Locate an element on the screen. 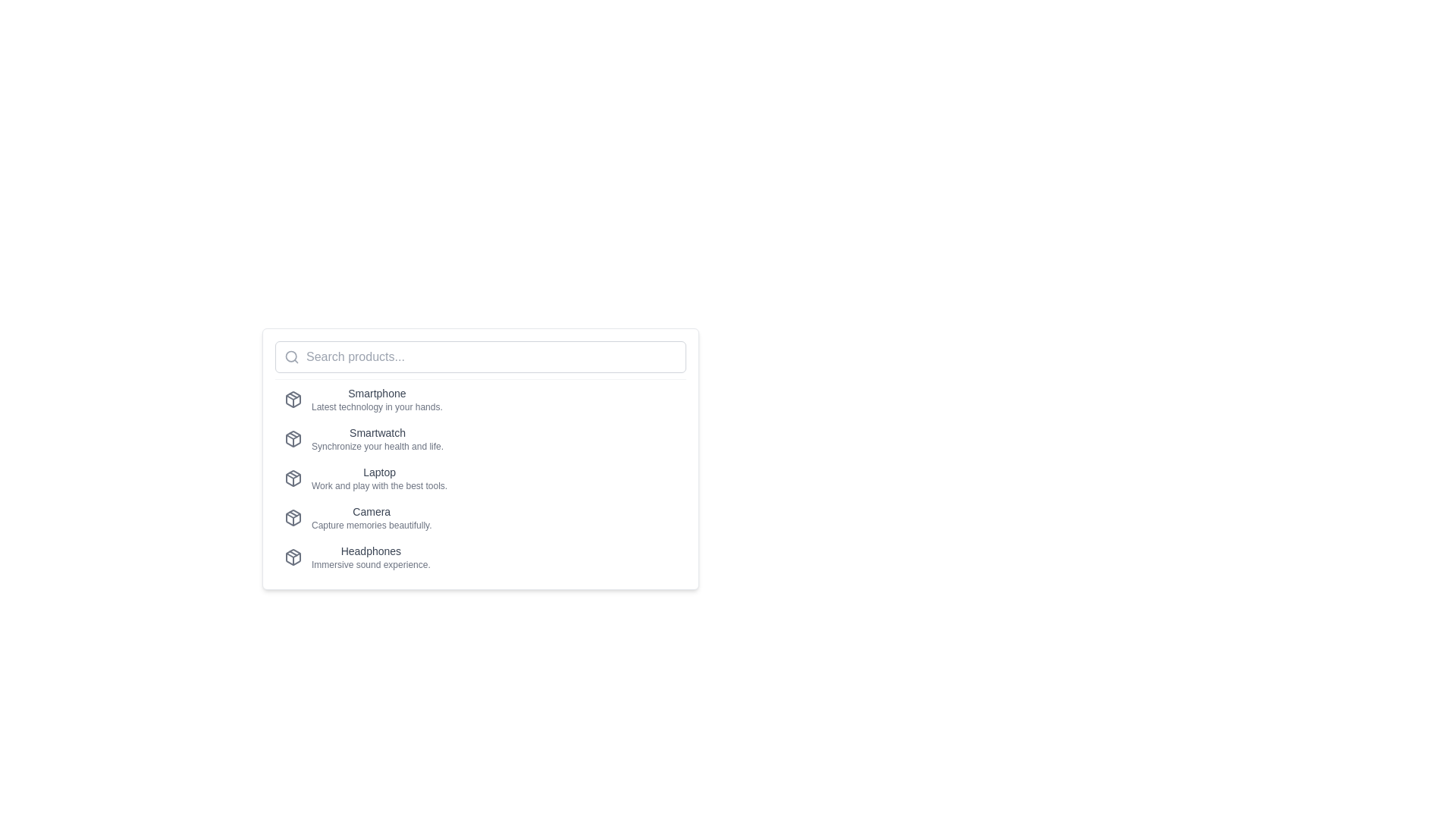  the 'Smartwatch' list item by clicking on its icon located at the beginning of the entry is located at coordinates (293, 438).